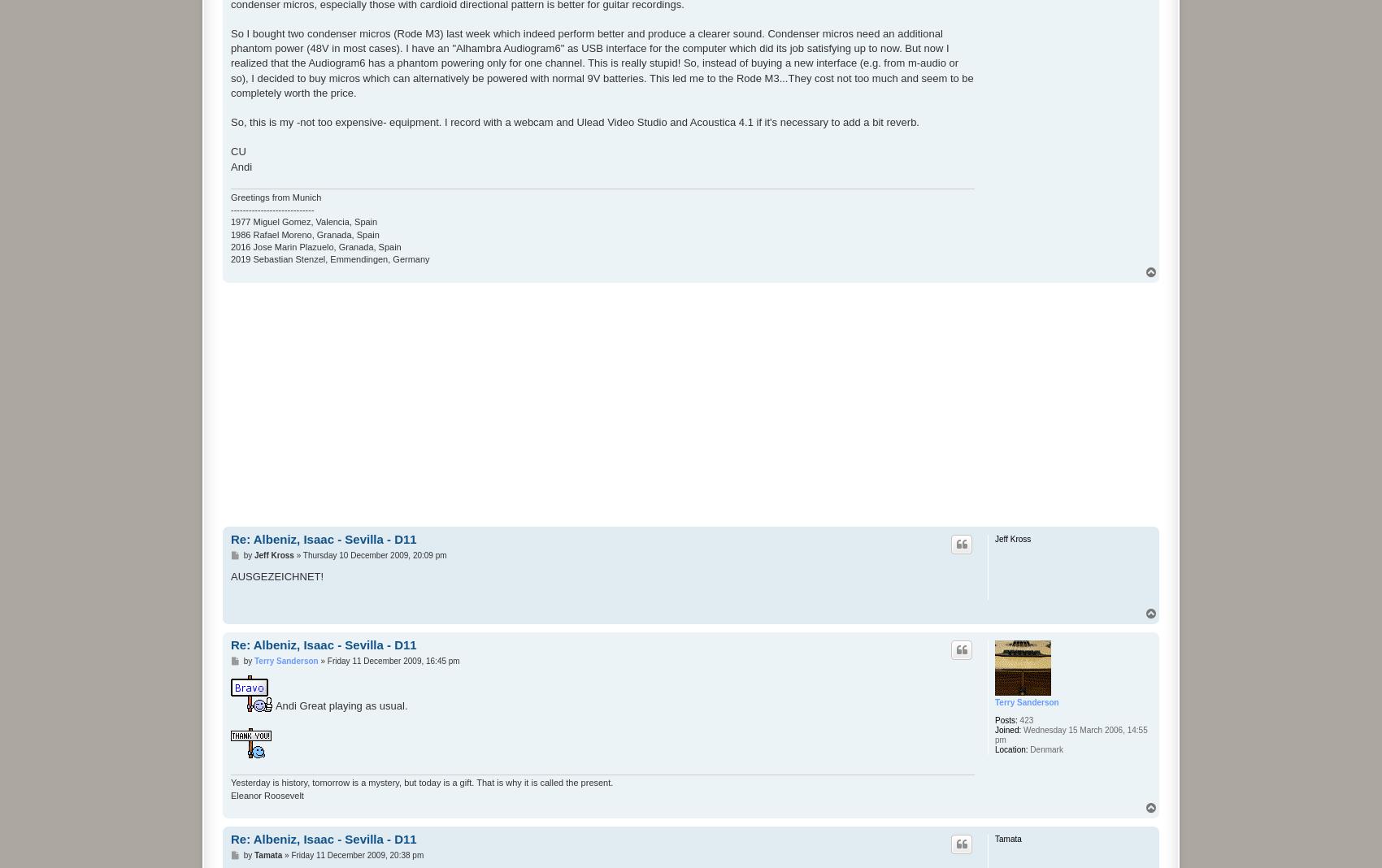  Describe the element at coordinates (231, 122) in the screenshot. I see `'So, this is my -not too expensive- equipment. I record with a webcam and Ulead Video Studio and Acoustica 4.1 if it's necessary to add a bit reverb.'` at that location.